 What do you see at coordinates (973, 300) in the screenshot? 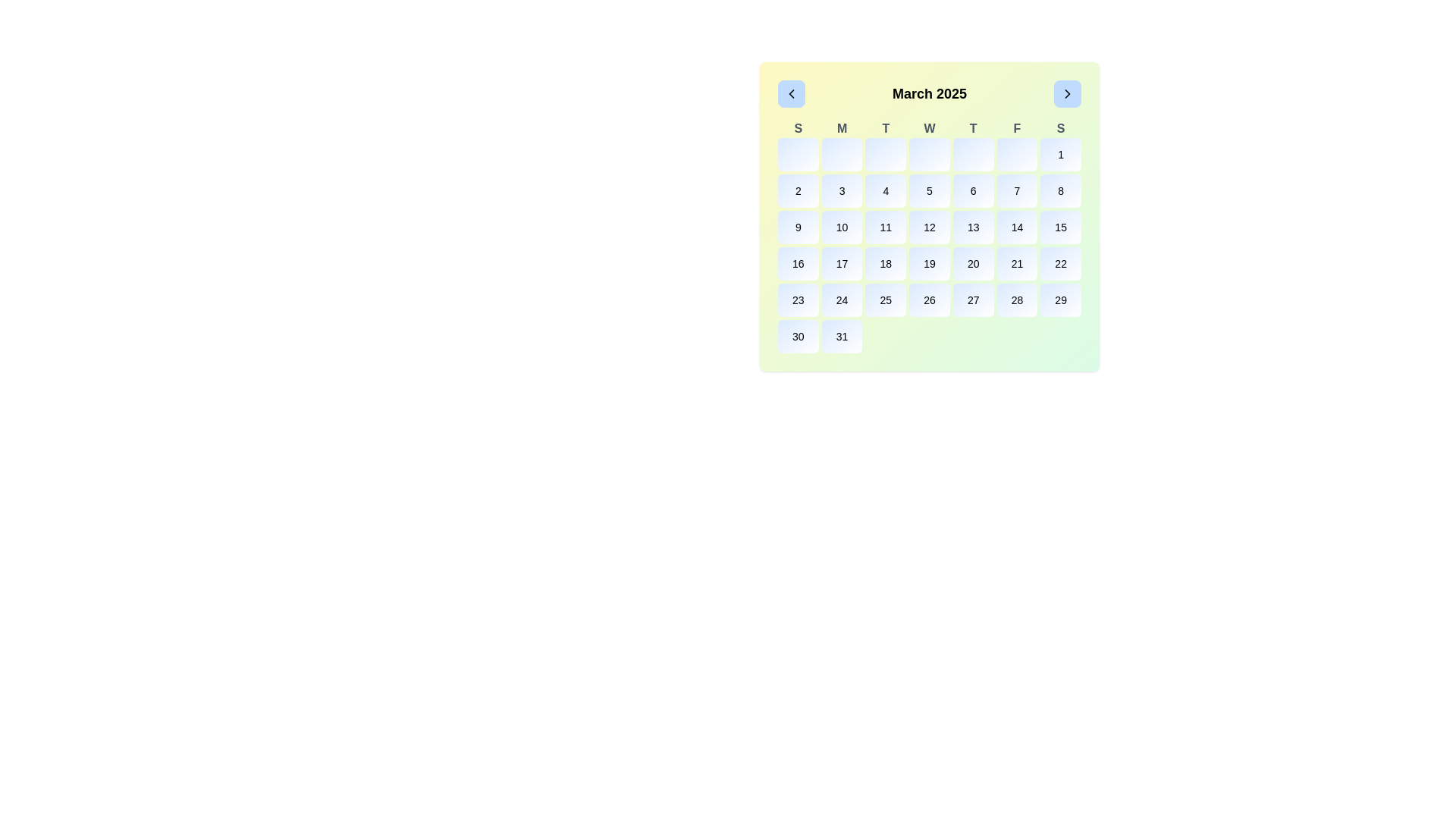
I see `the button representing the date '27' in the calendar for March 2025` at bounding box center [973, 300].